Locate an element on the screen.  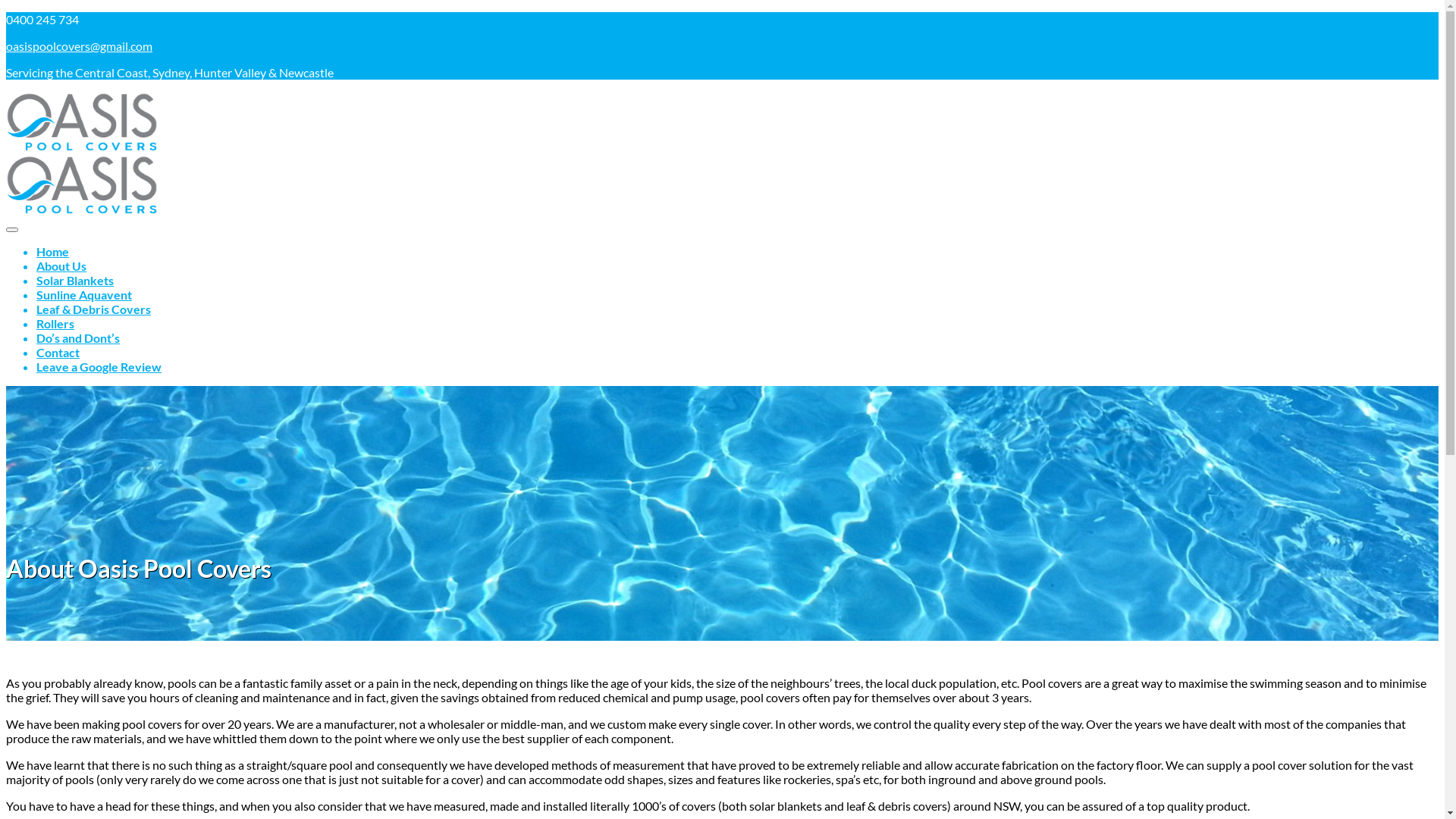
'Solar Blankets' is located at coordinates (74, 280).